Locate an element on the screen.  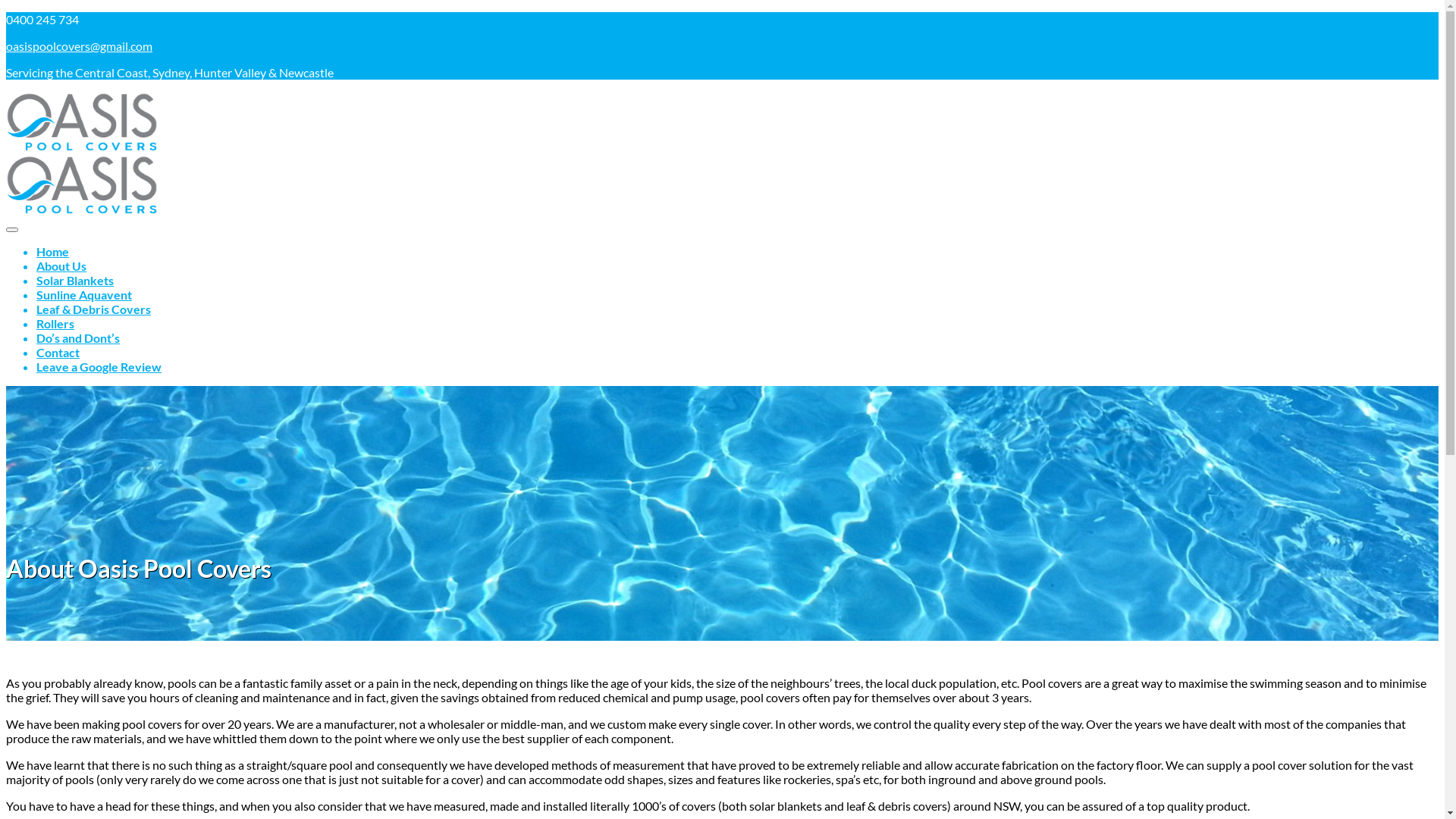
'Solar Blankets' is located at coordinates (74, 280).